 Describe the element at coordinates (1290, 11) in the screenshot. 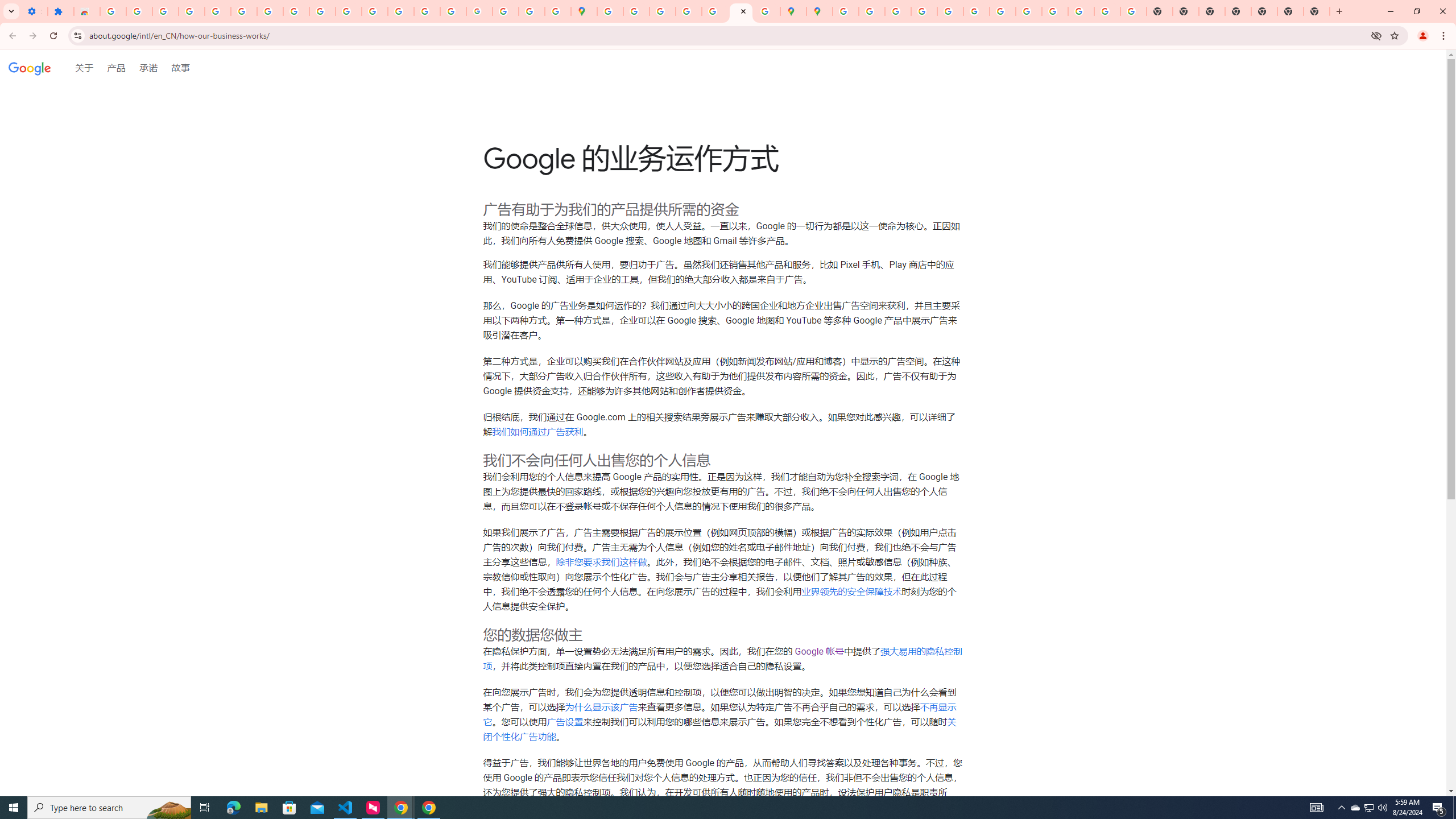

I see `'New Tab'` at that location.